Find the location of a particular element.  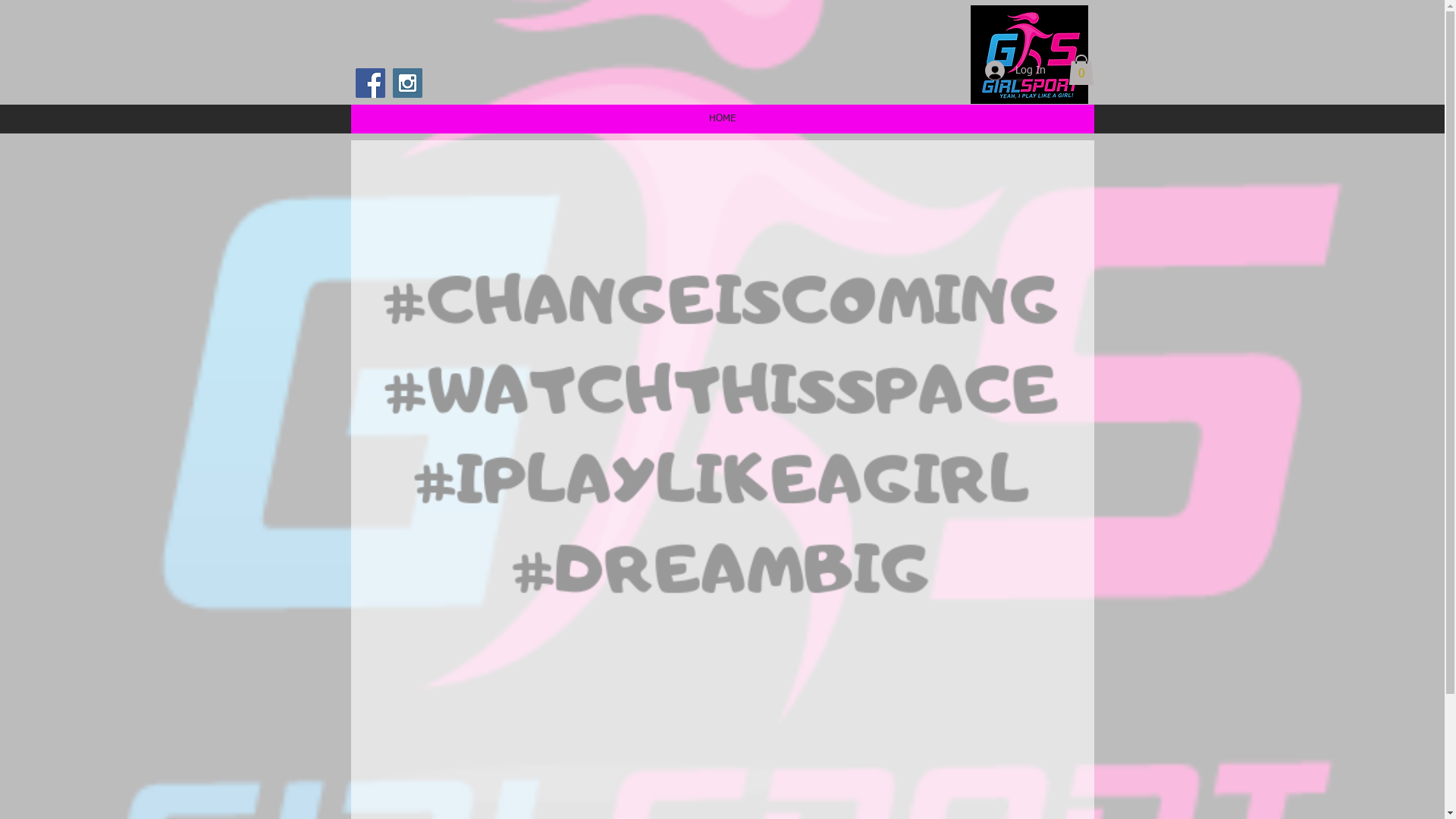

'0' is located at coordinates (1080, 70).